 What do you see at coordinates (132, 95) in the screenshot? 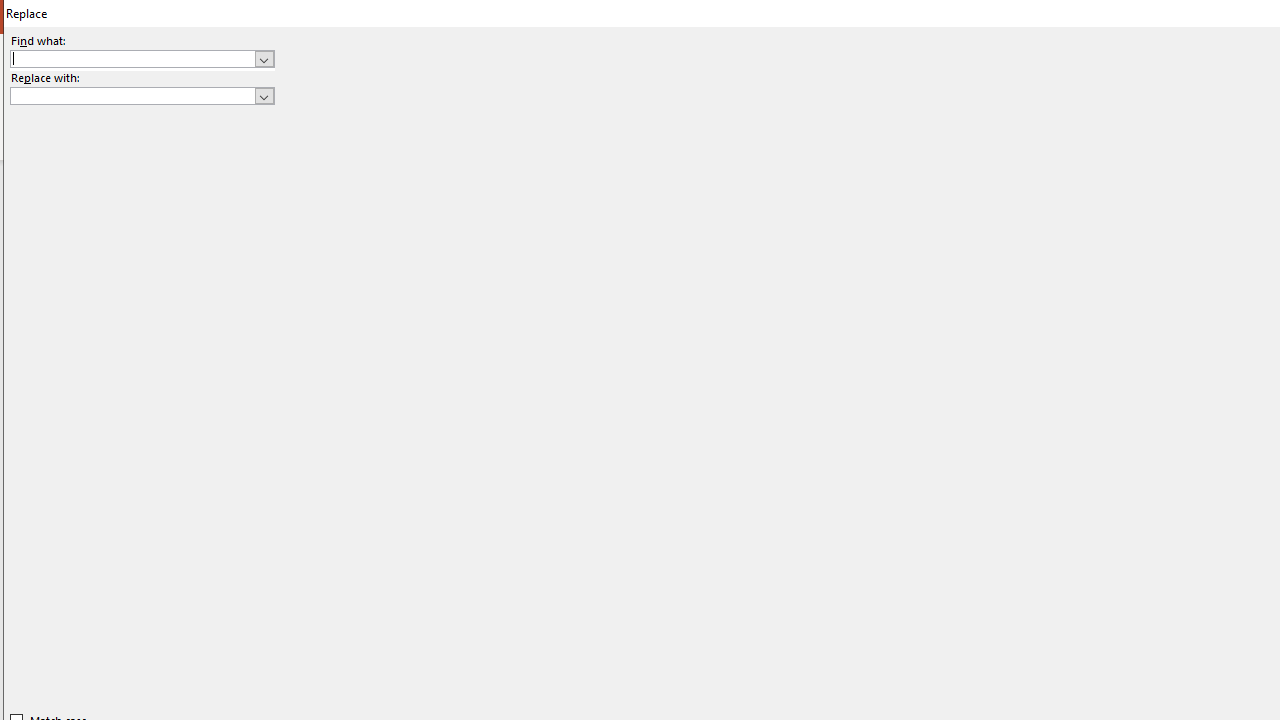
I see `'Replace with'` at bounding box center [132, 95].